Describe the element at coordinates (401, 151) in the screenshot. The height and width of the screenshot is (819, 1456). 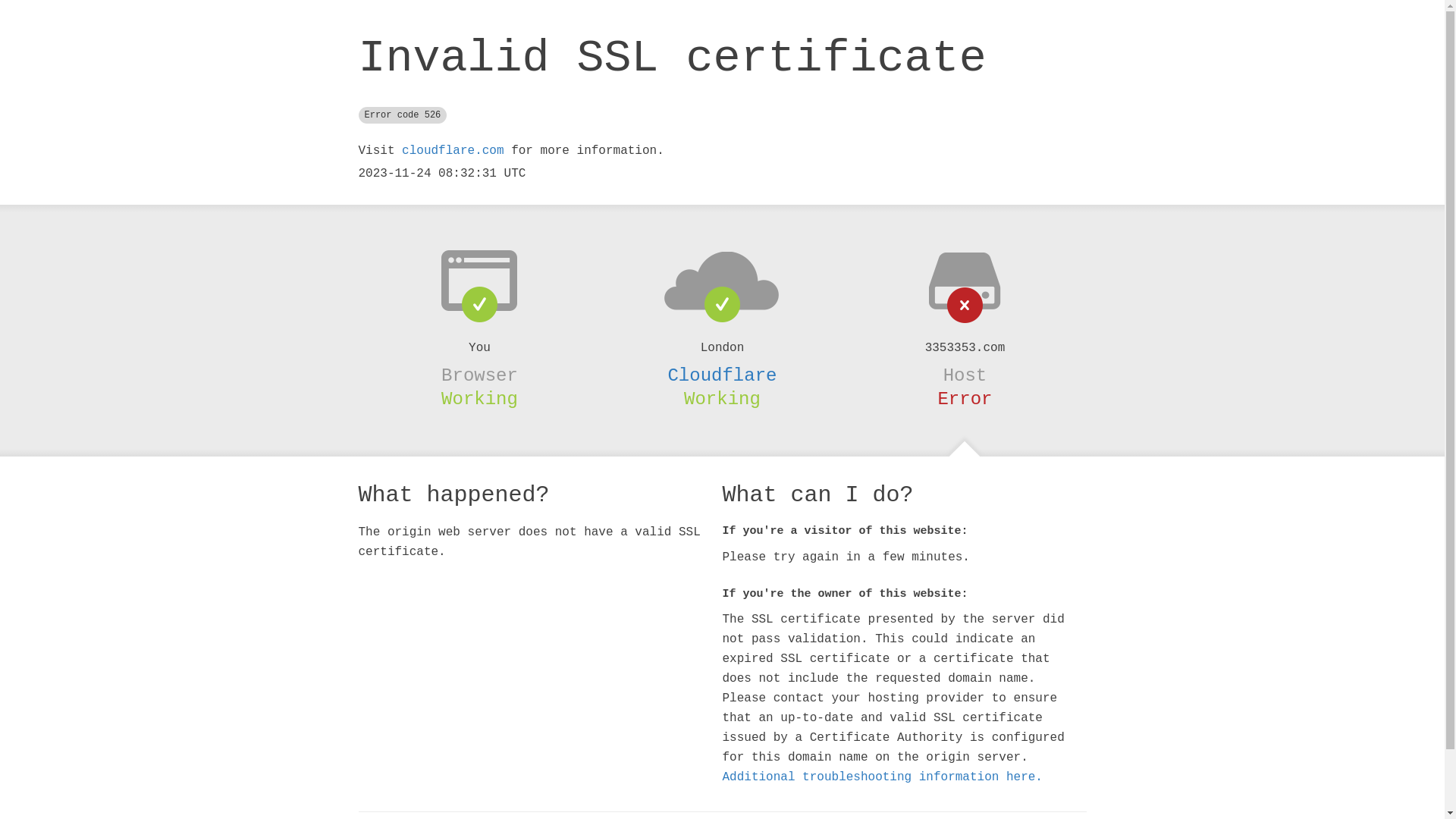
I see `'cloudflare.com'` at that location.